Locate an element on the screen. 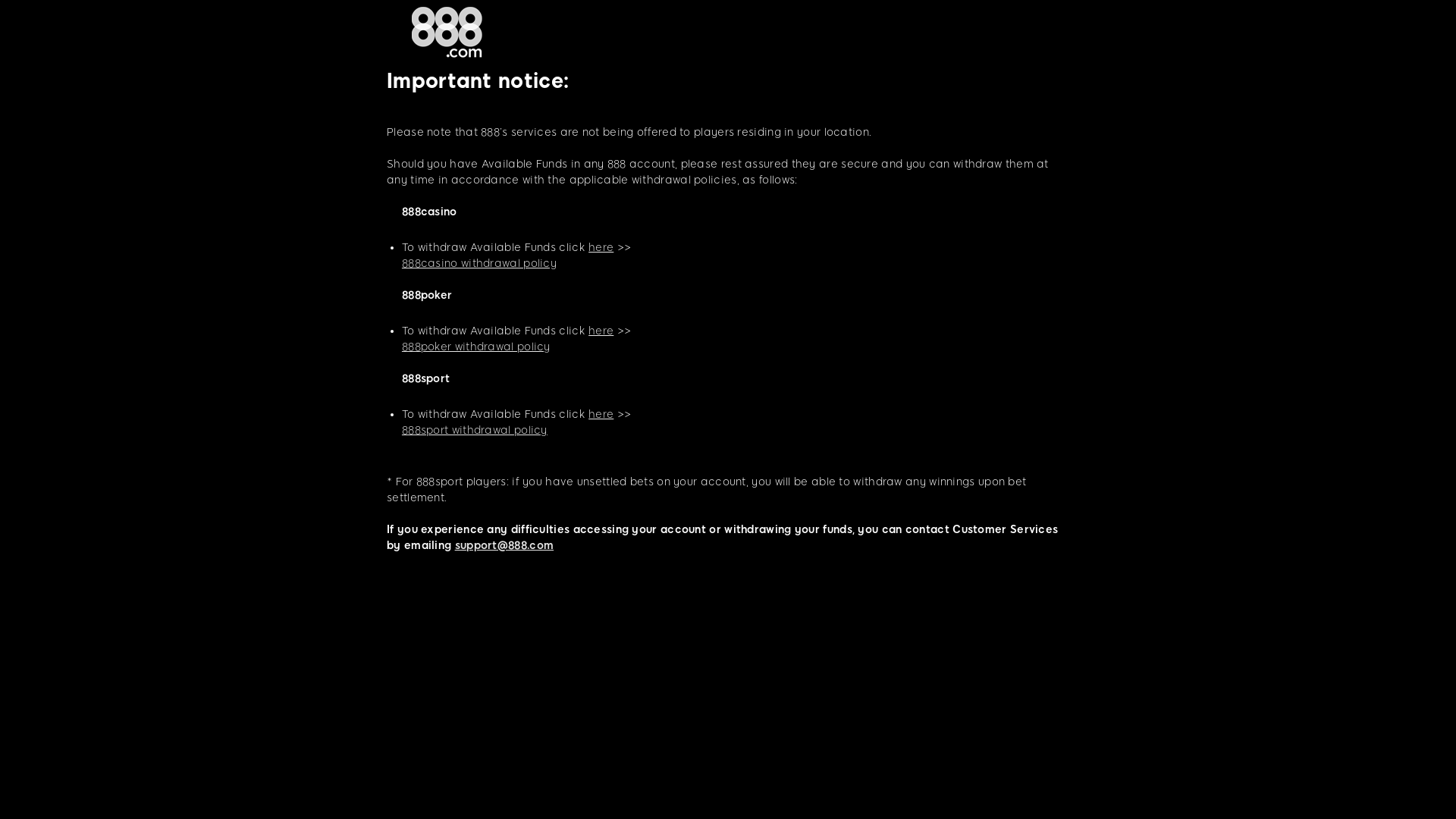 The height and width of the screenshot is (819, 1456). 'here' is located at coordinates (600, 414).